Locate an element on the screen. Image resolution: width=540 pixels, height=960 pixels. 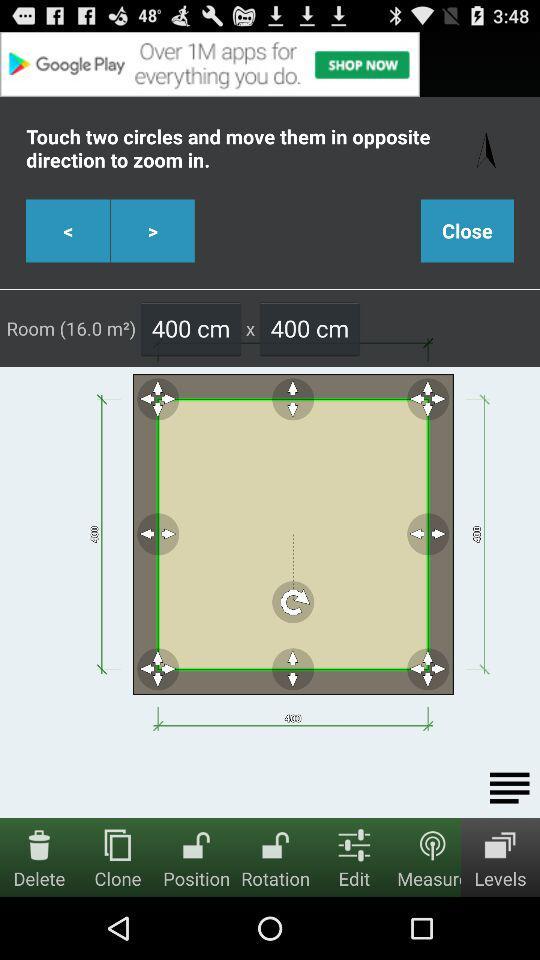
the left scroll is located at coordinates (67, 231).